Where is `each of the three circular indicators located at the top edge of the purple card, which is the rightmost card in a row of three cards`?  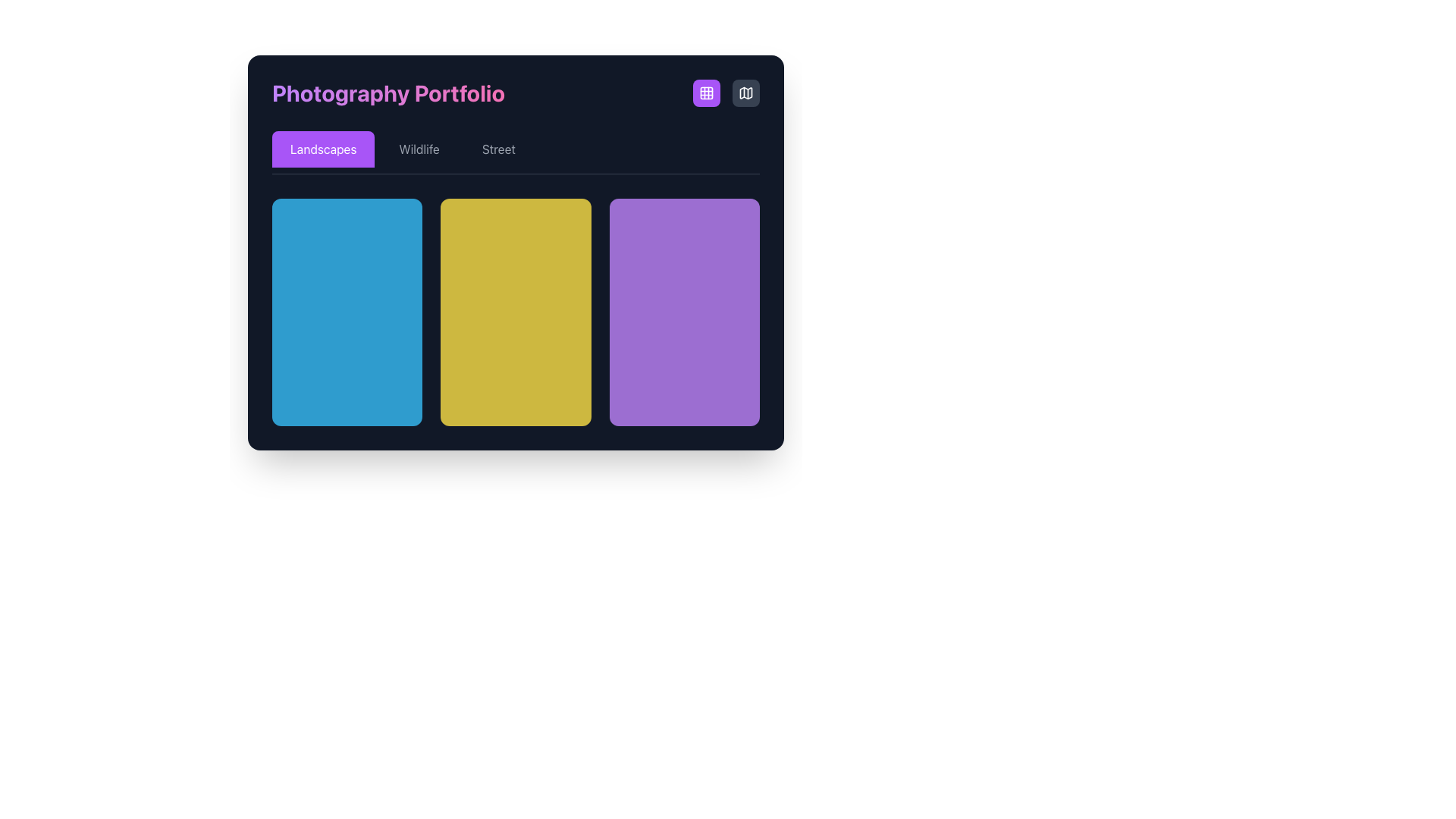 each of the three circular indicators located at the top edge of the purple card, which is the rightmost card in a row of three cards is located at coordinates (723, 216).